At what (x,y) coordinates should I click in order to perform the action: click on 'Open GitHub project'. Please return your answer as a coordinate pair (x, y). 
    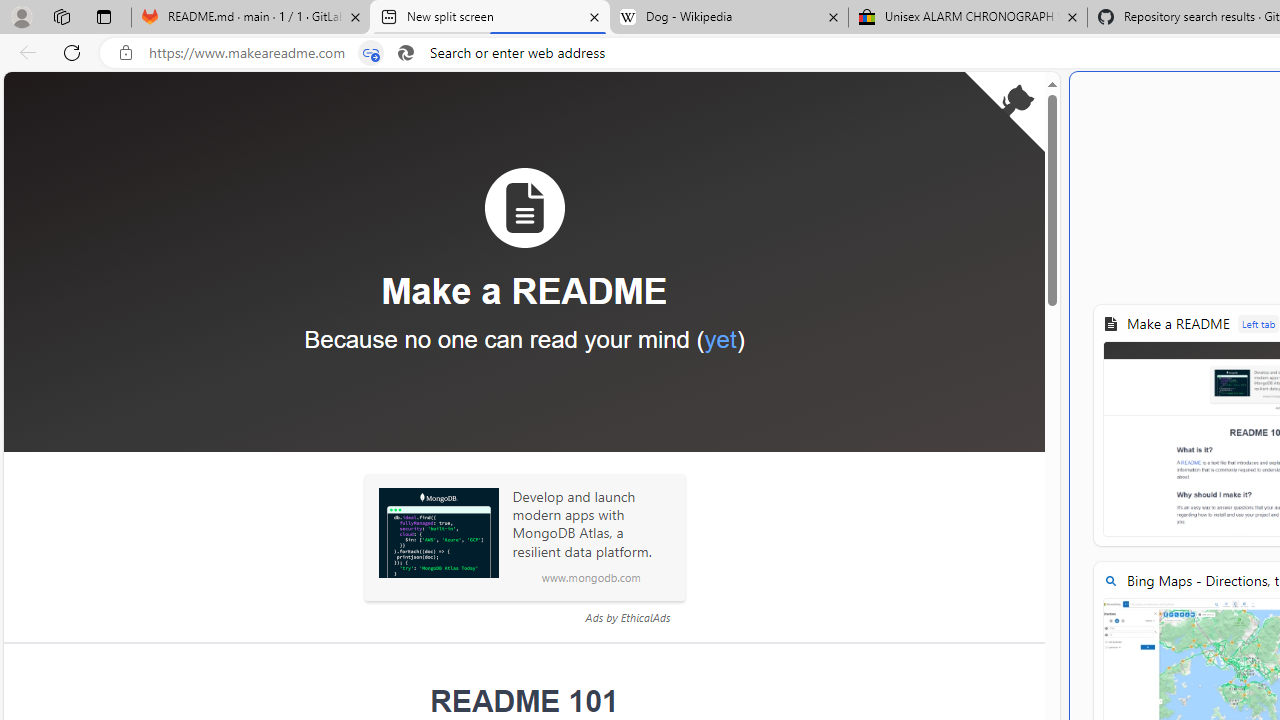
    Looking at the image, I should click on (1004, 111).